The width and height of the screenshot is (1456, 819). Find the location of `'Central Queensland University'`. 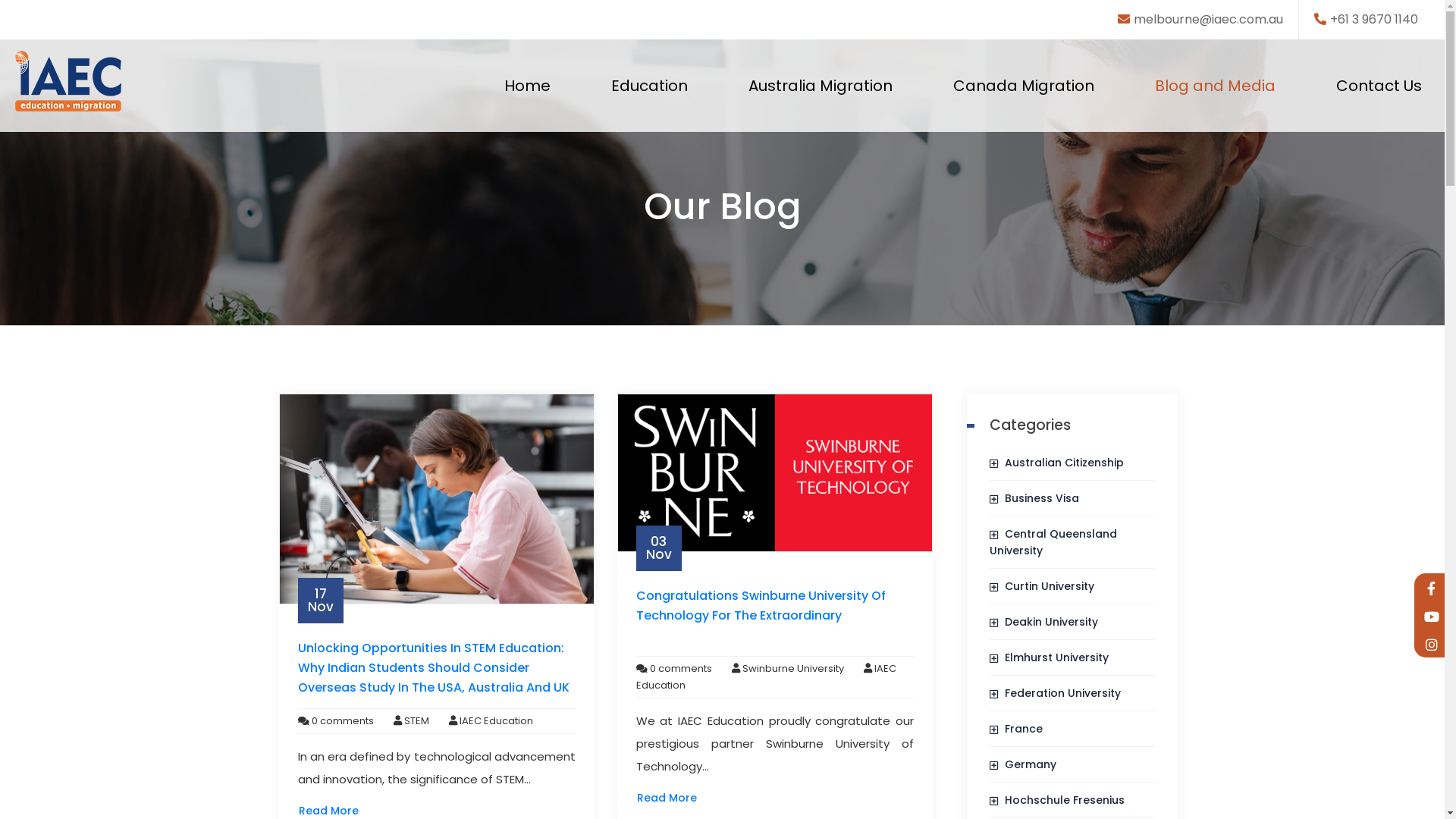

'Central Queensland University' is located at coordinates (1052, 541).